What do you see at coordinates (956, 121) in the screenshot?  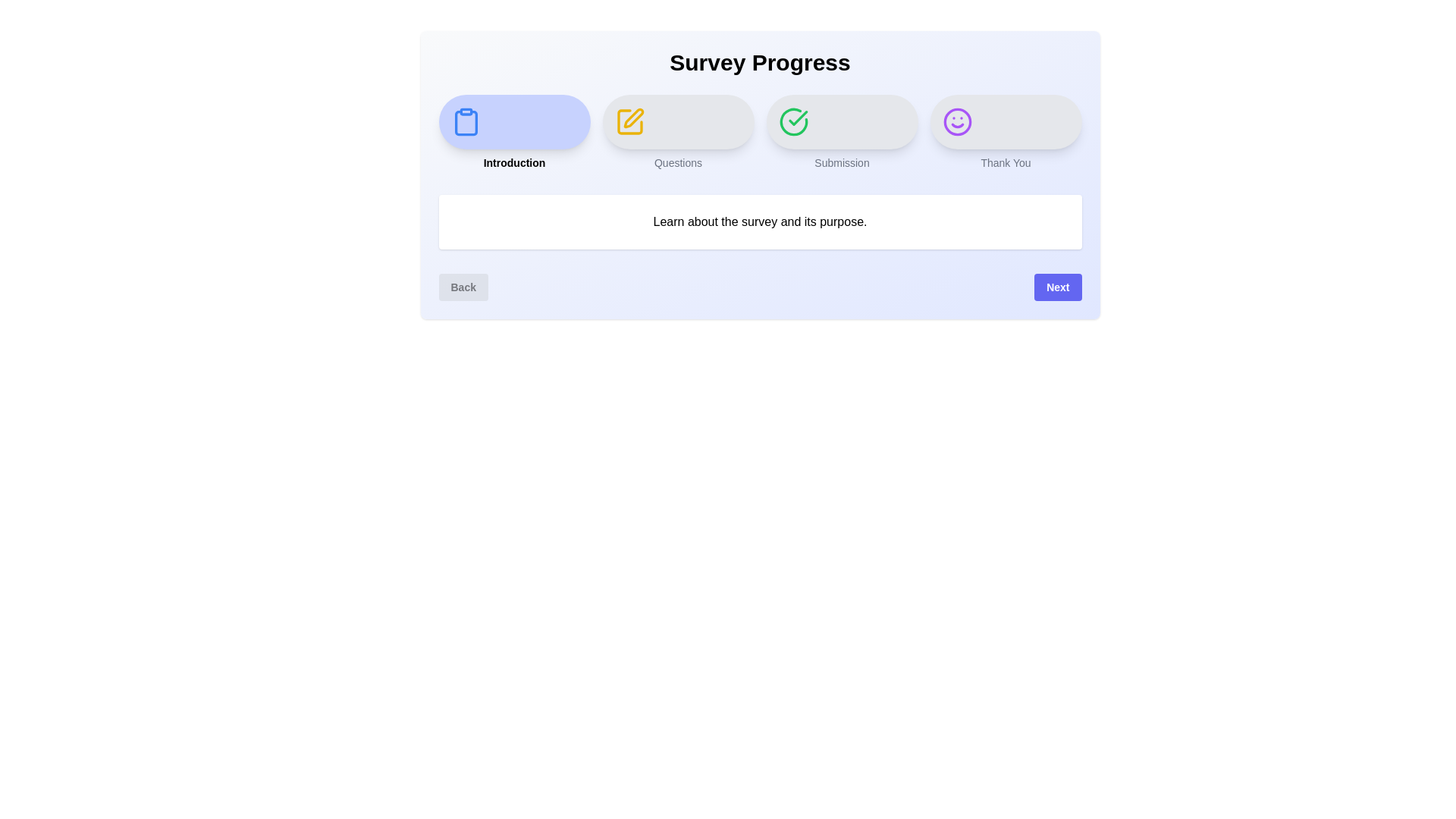 I see `the icon representing the Thank You step to inspect its appearance` at bounding box center [956, 121].